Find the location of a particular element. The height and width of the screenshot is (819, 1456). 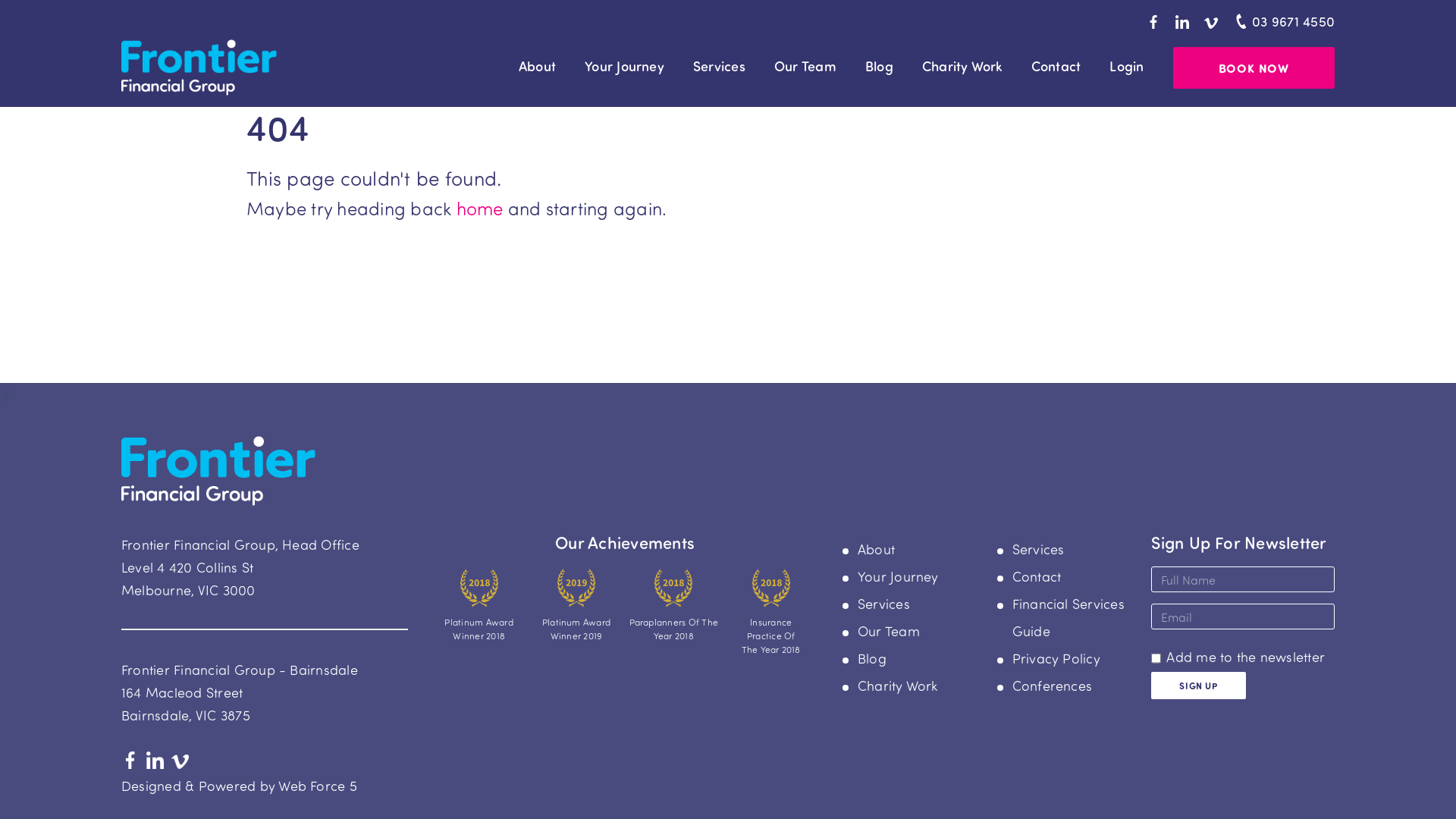

'Designed & Powered by Web Force 5' is located at coordinates (238, 785).